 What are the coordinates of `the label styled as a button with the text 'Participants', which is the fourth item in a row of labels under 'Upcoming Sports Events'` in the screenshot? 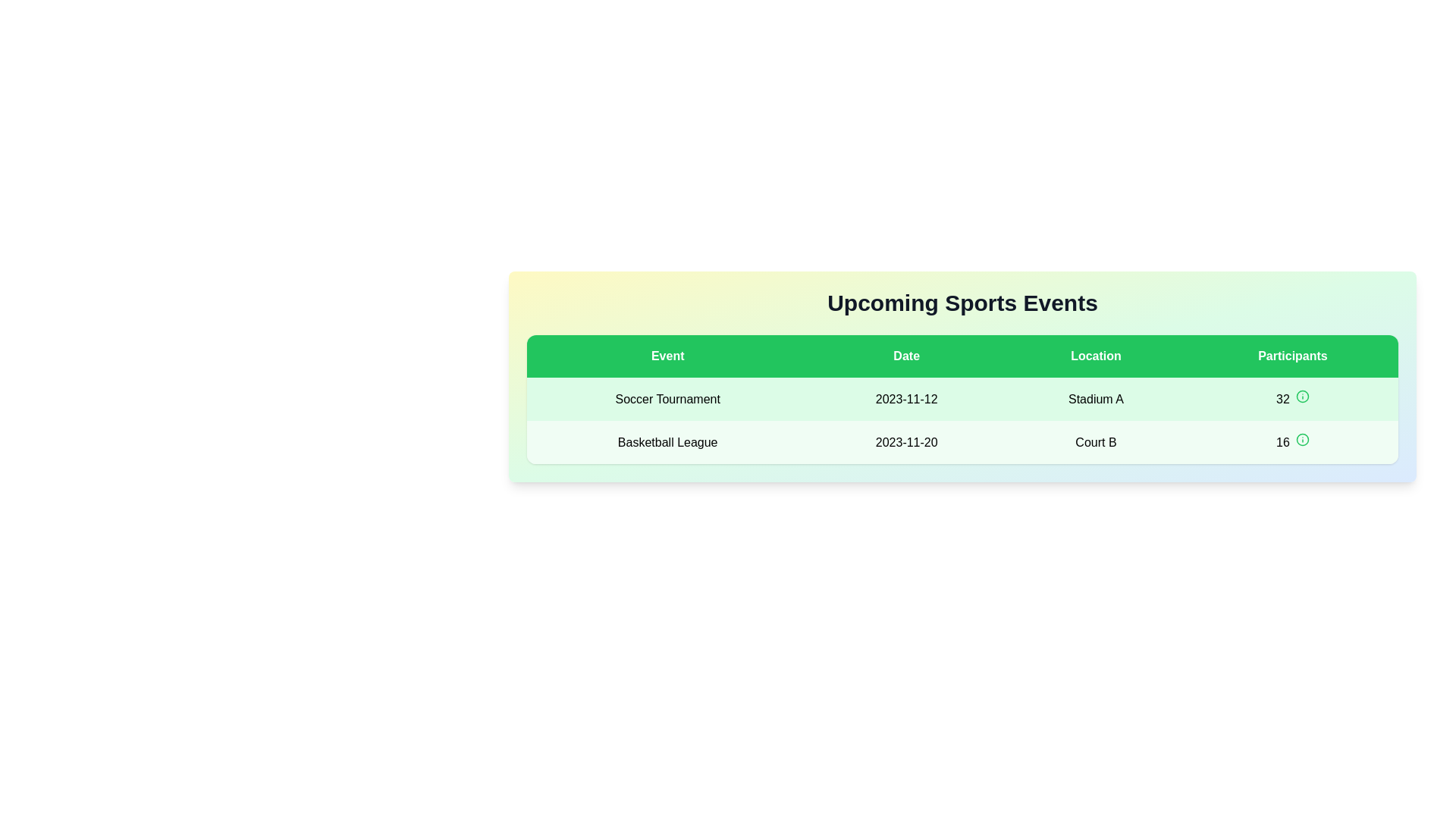 It's located at (1291, 356).